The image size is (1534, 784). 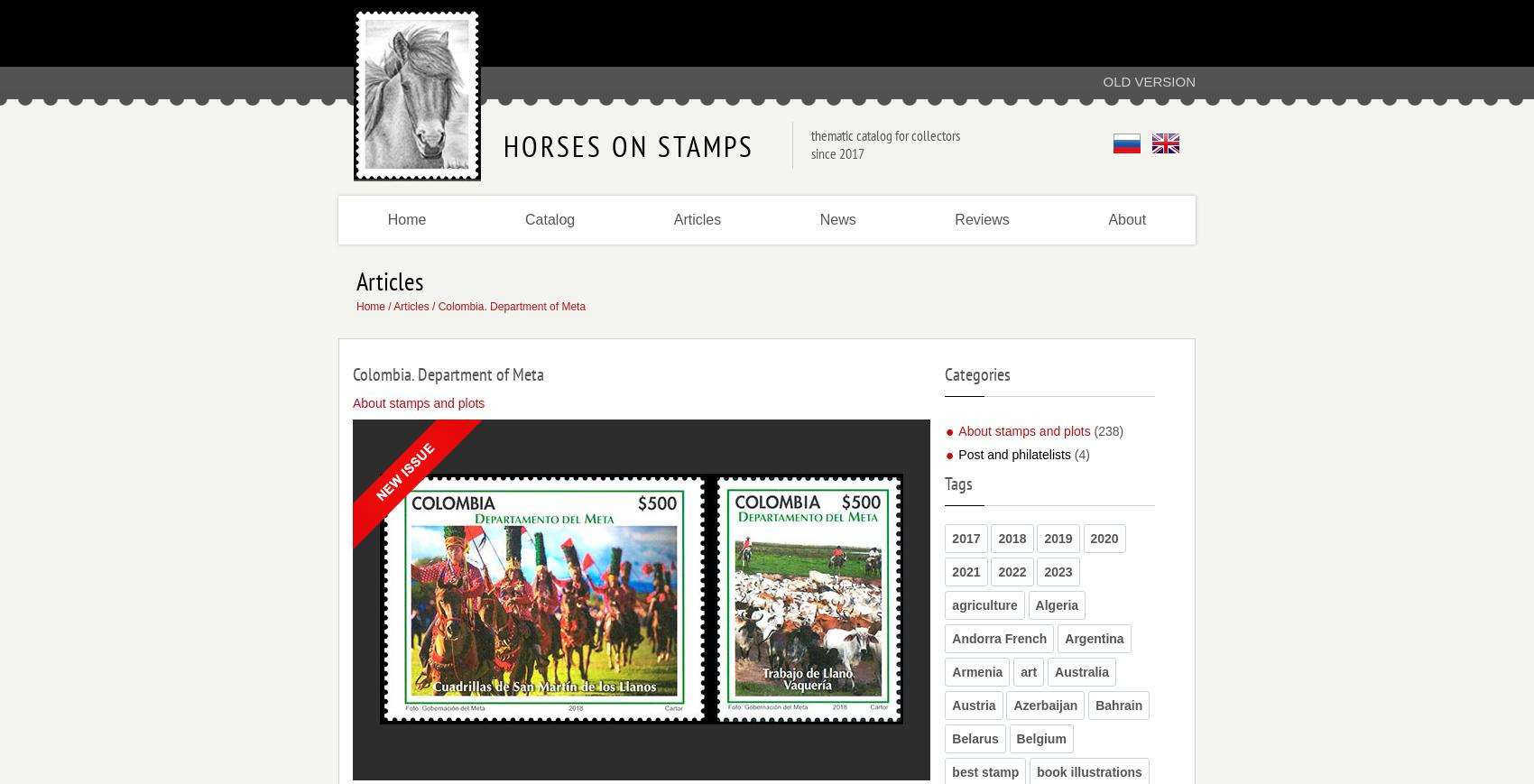 What do you see at coordinates (1148, 80) in the screenshot?
I see `'Old version'` at bounding box center [1148, 80].